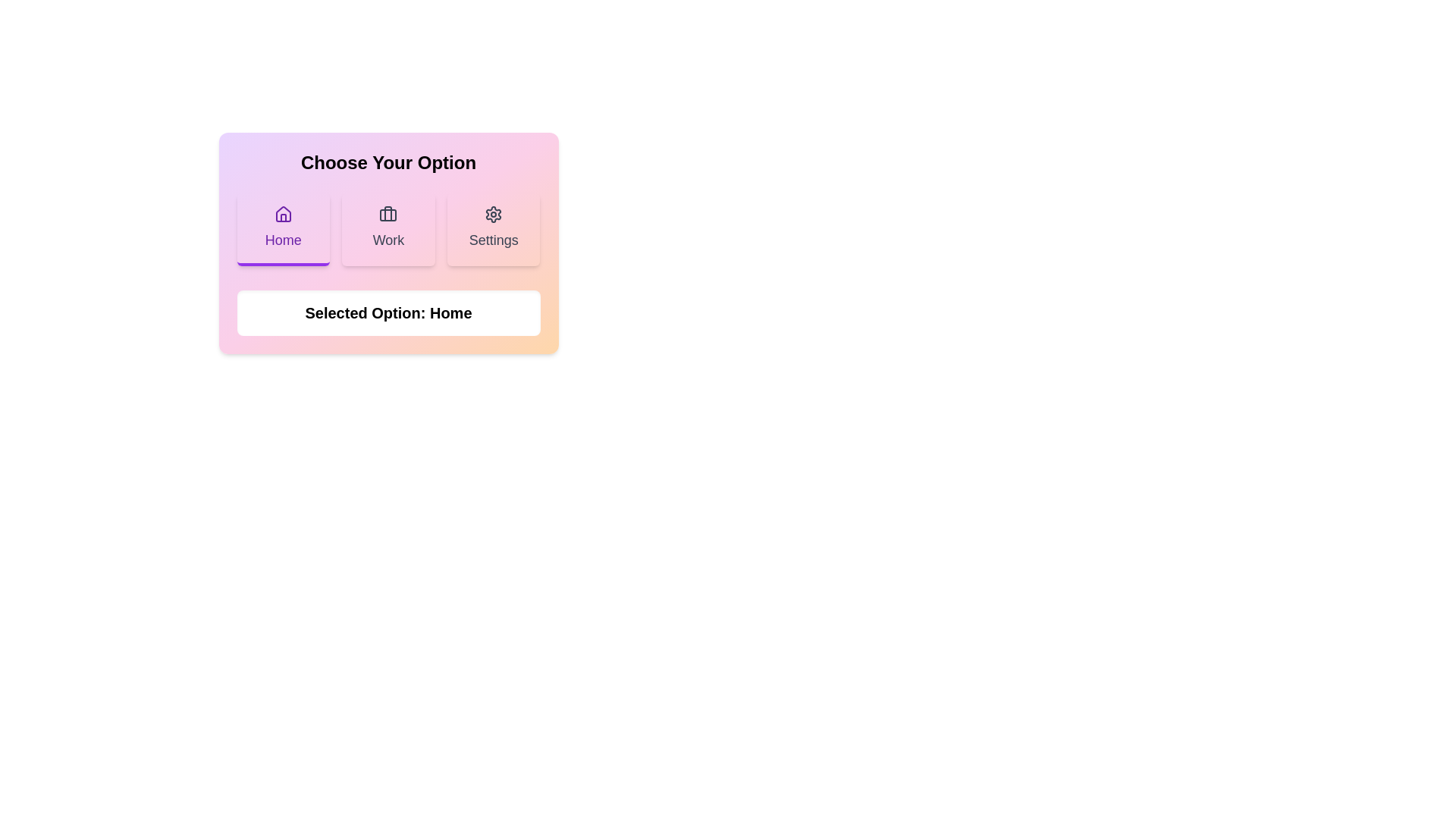 This screenshot has height=819, width=1456. I want to click on the gear-shaped icon in the 'Settings' box, so click(494, 214).